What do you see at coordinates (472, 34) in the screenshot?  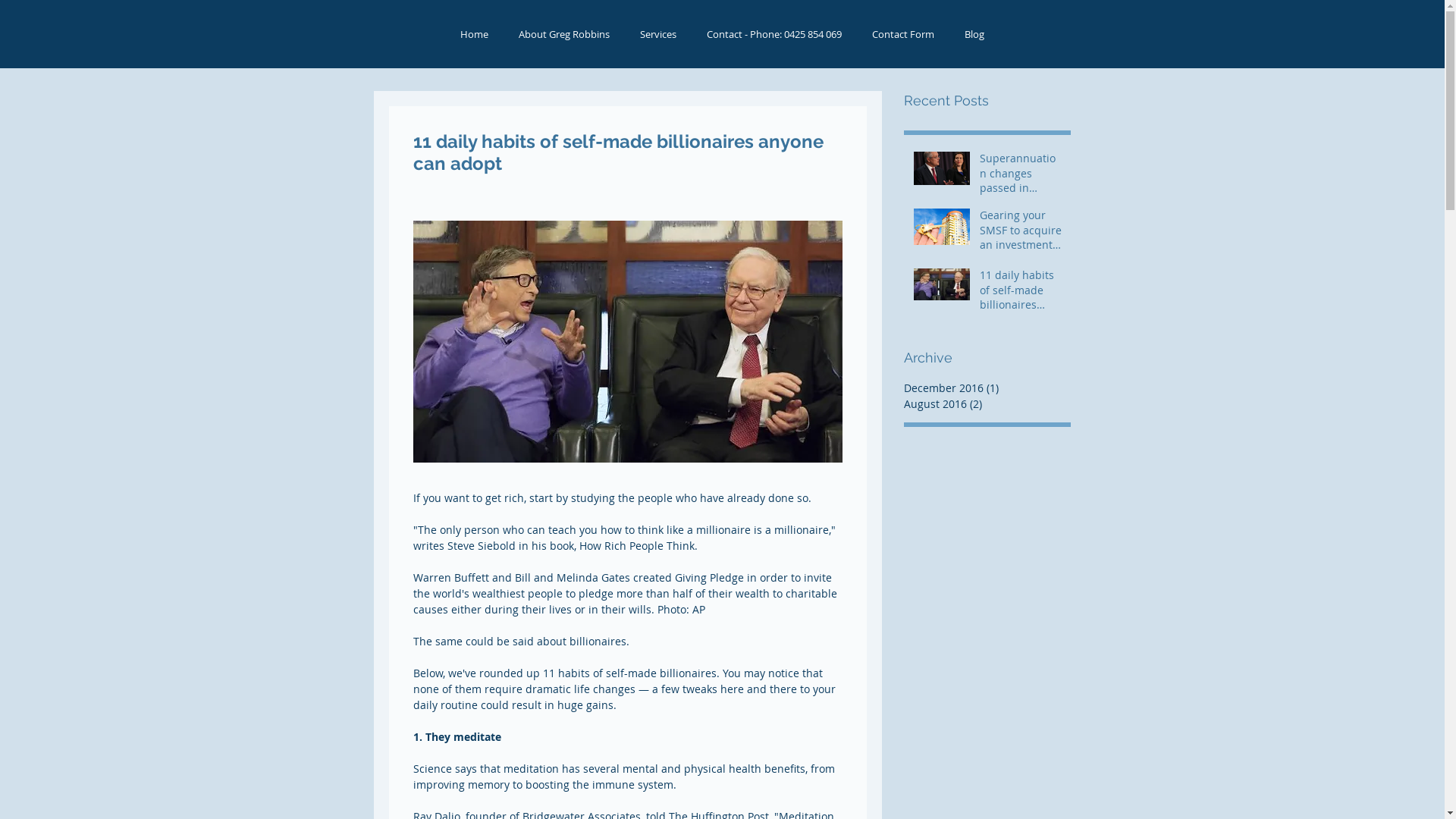 I see `'Home'` at bounding box center [472, 34].